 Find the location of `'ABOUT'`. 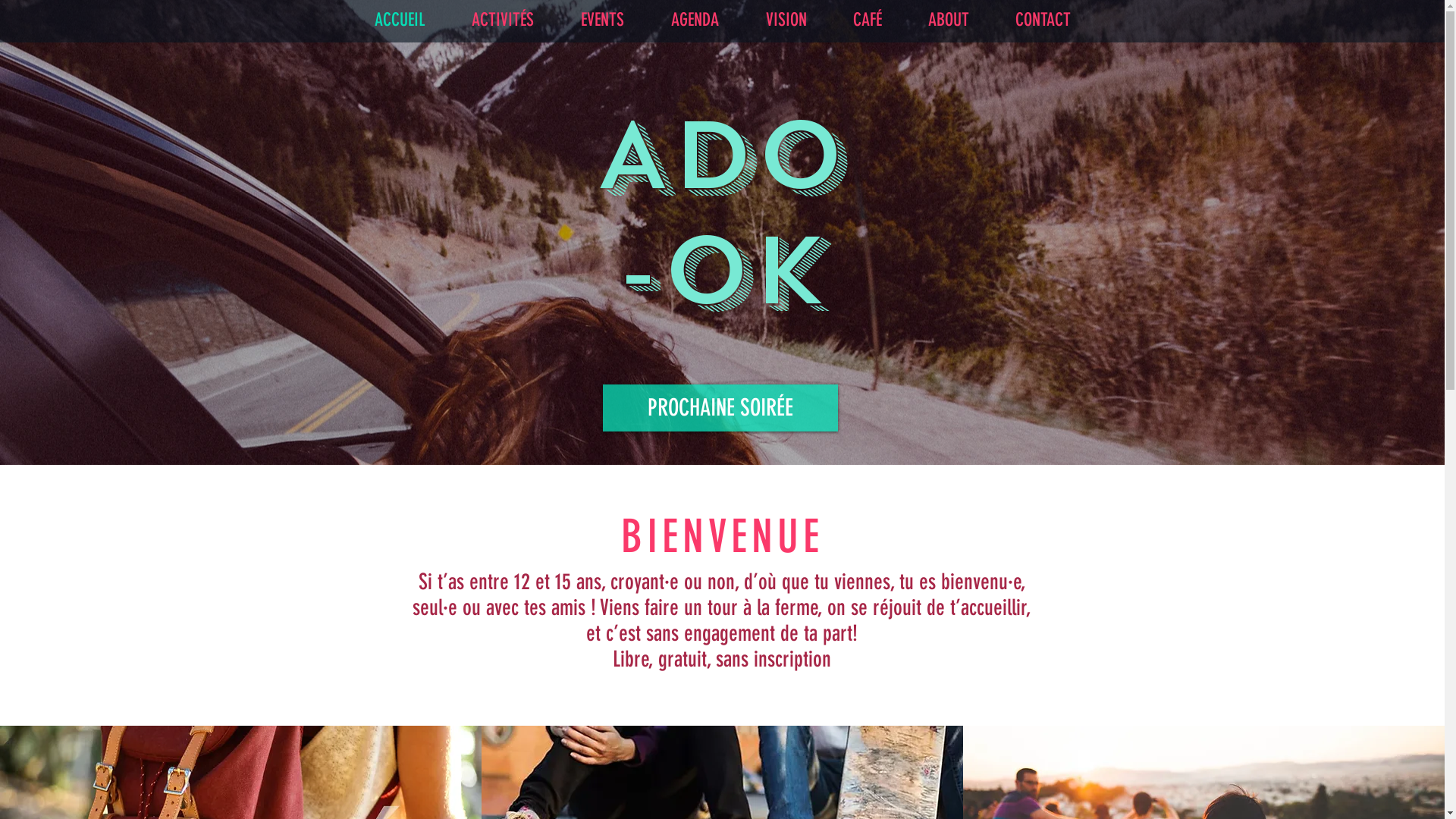

'ABOUT' is located at coordinates (905, 20).